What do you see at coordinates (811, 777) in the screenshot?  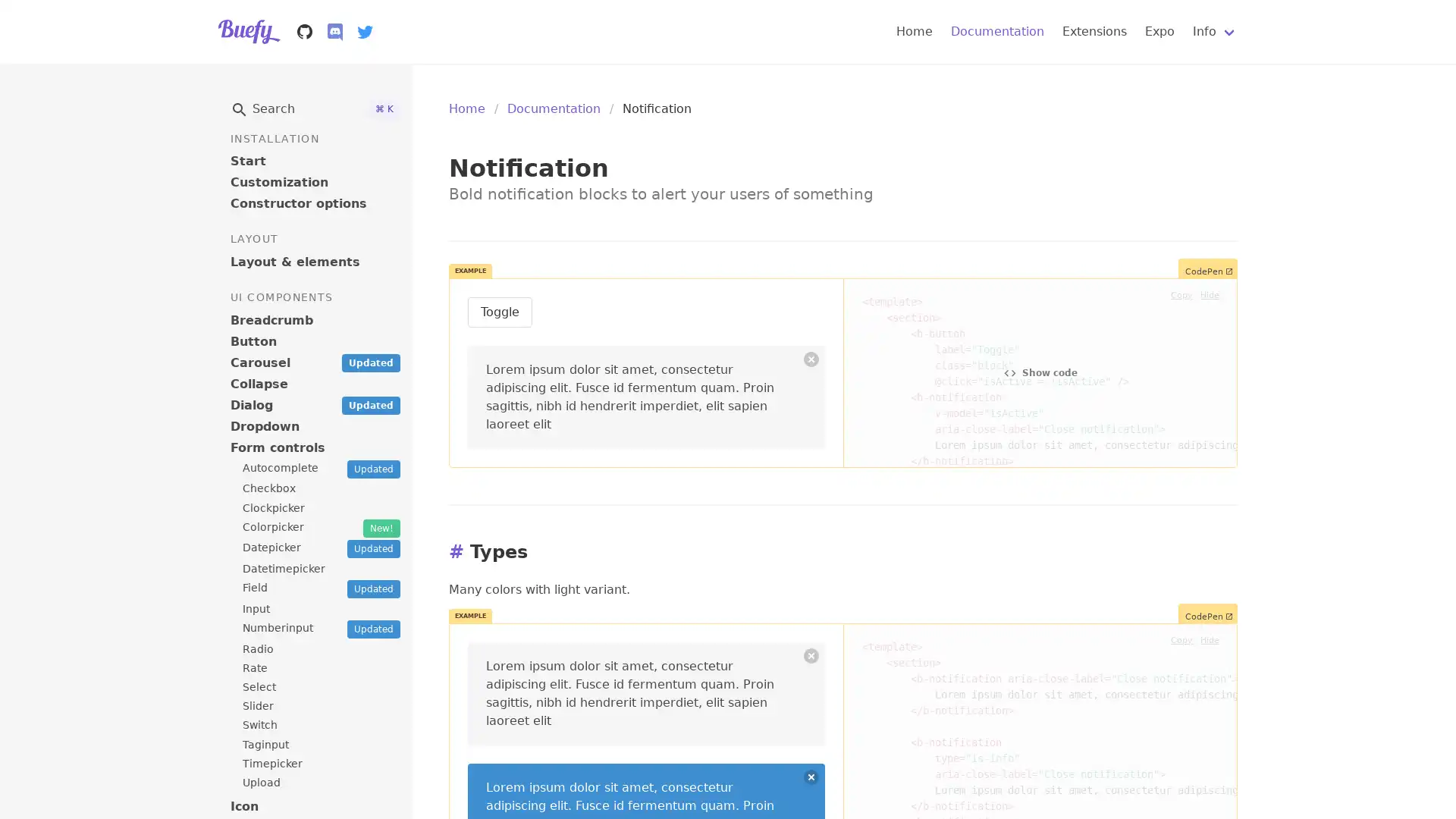 I see `Close notification` at bounding box center [811, 777].